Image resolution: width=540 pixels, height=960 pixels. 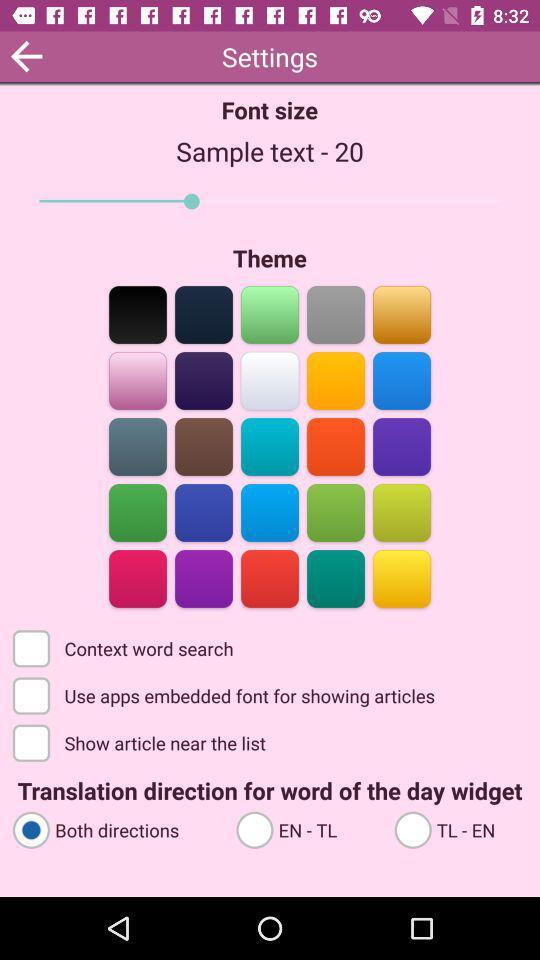 What do you see at coordinates (140, 741) in the screenshot?
I see `the show article near checkbox` at bounding box center [140, 741].